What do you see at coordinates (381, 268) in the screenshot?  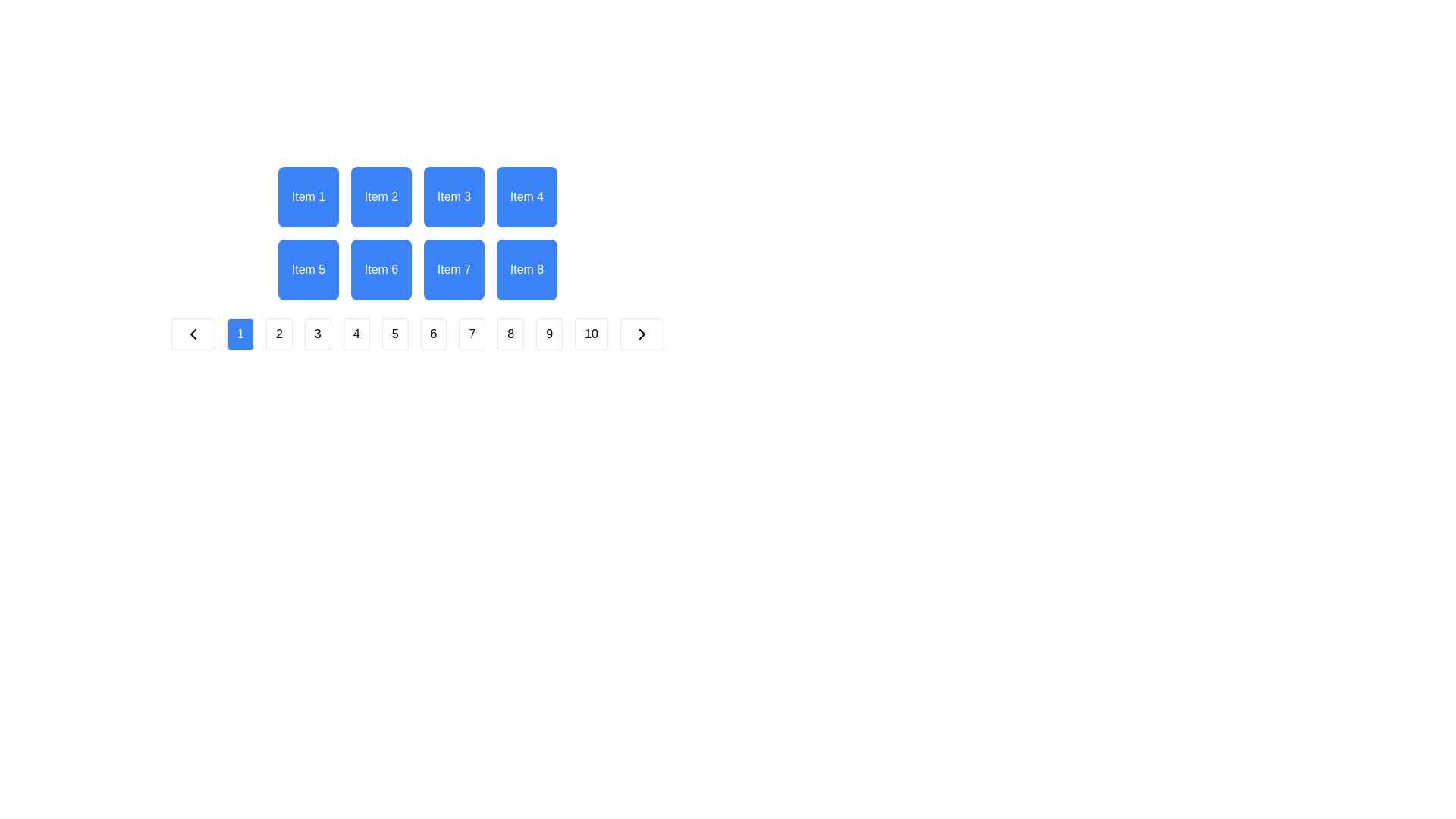 I see `the second item in the second row of a 4-column grid layout, which is a Button-like UI element` at bounding box center [381, 268].